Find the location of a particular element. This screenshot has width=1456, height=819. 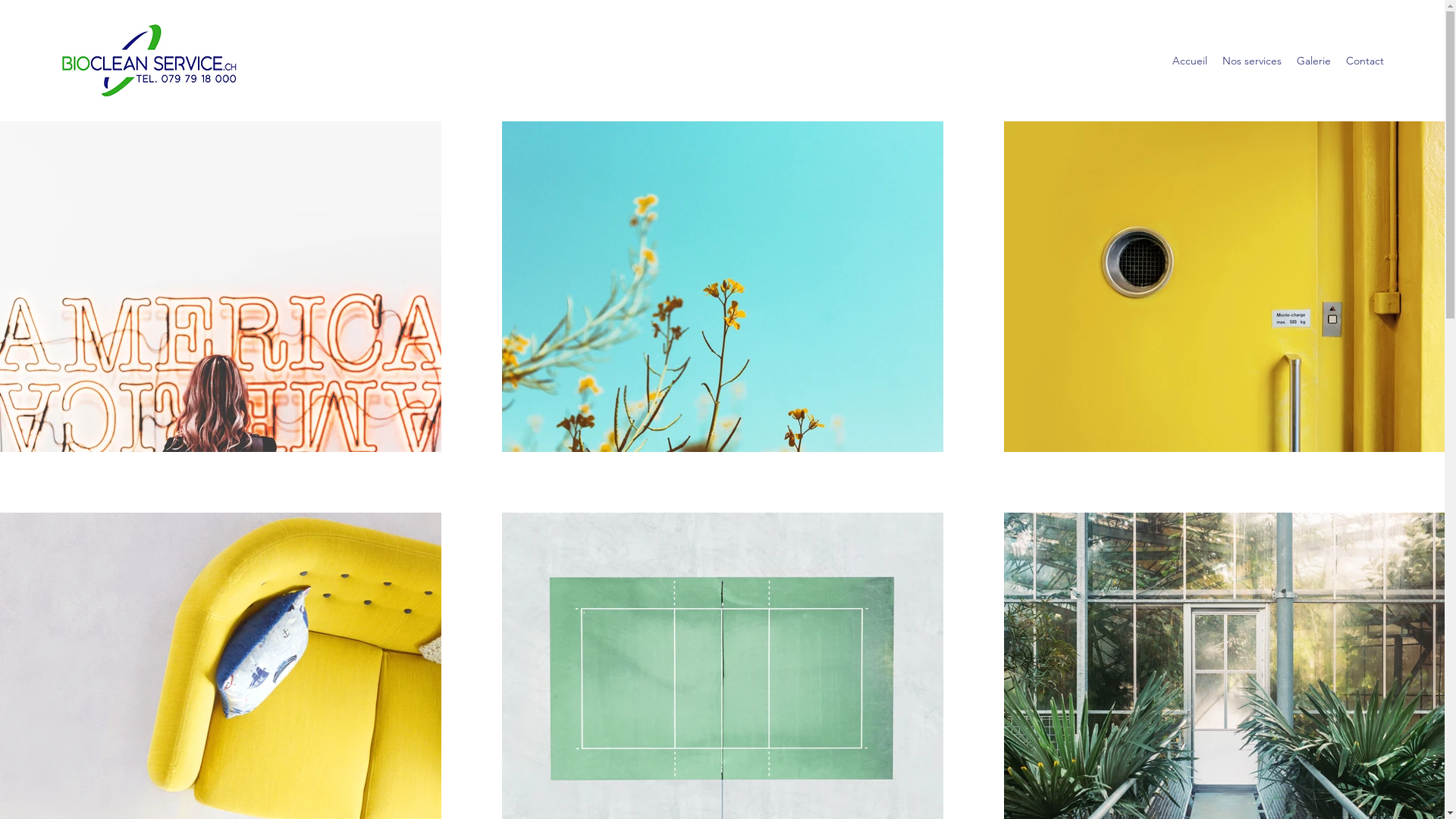

'Galerie' is located at coordinates (1288, 60).